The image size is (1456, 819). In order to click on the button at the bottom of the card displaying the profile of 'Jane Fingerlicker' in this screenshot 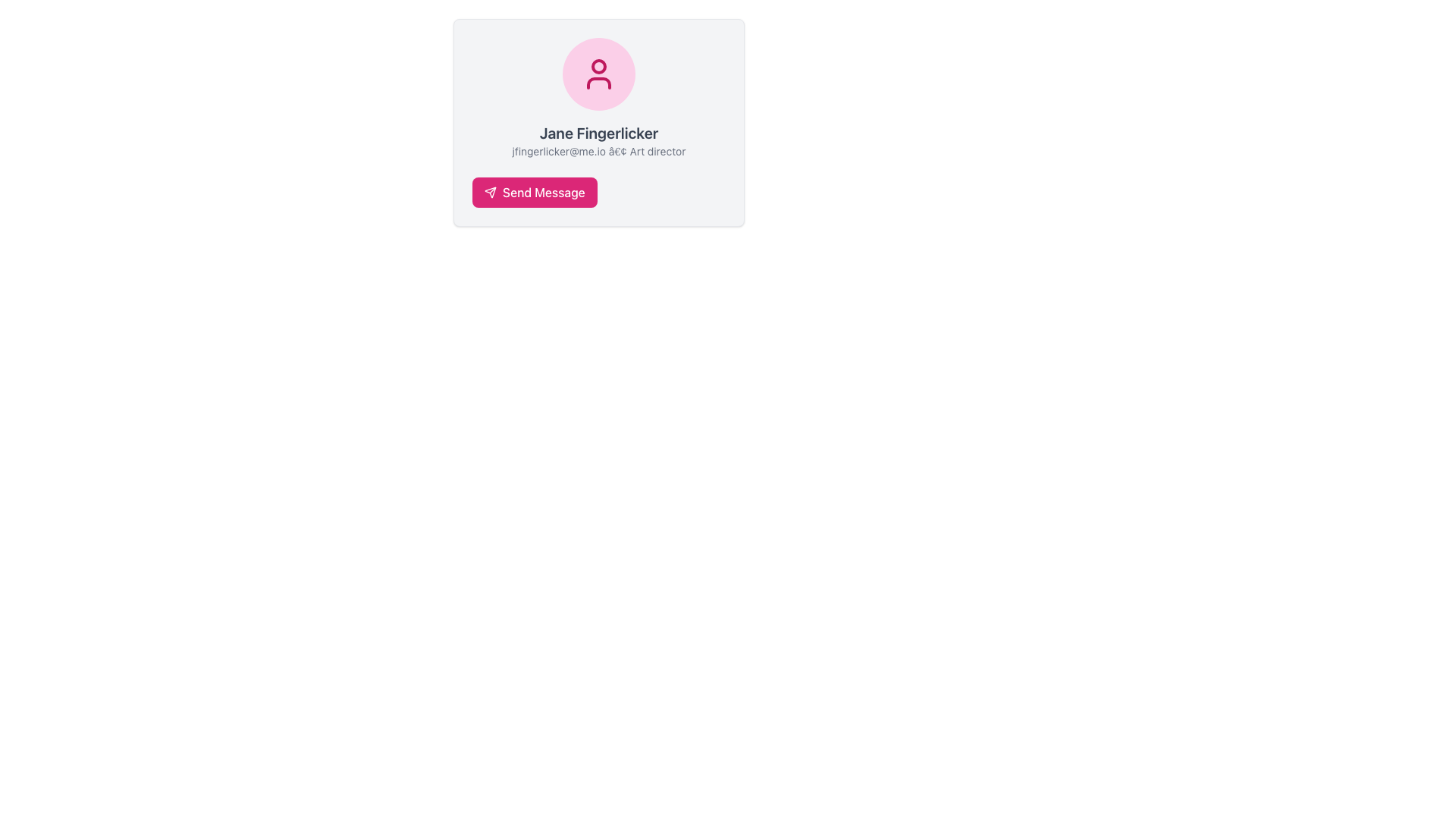, I will do `click(535, 192)`.